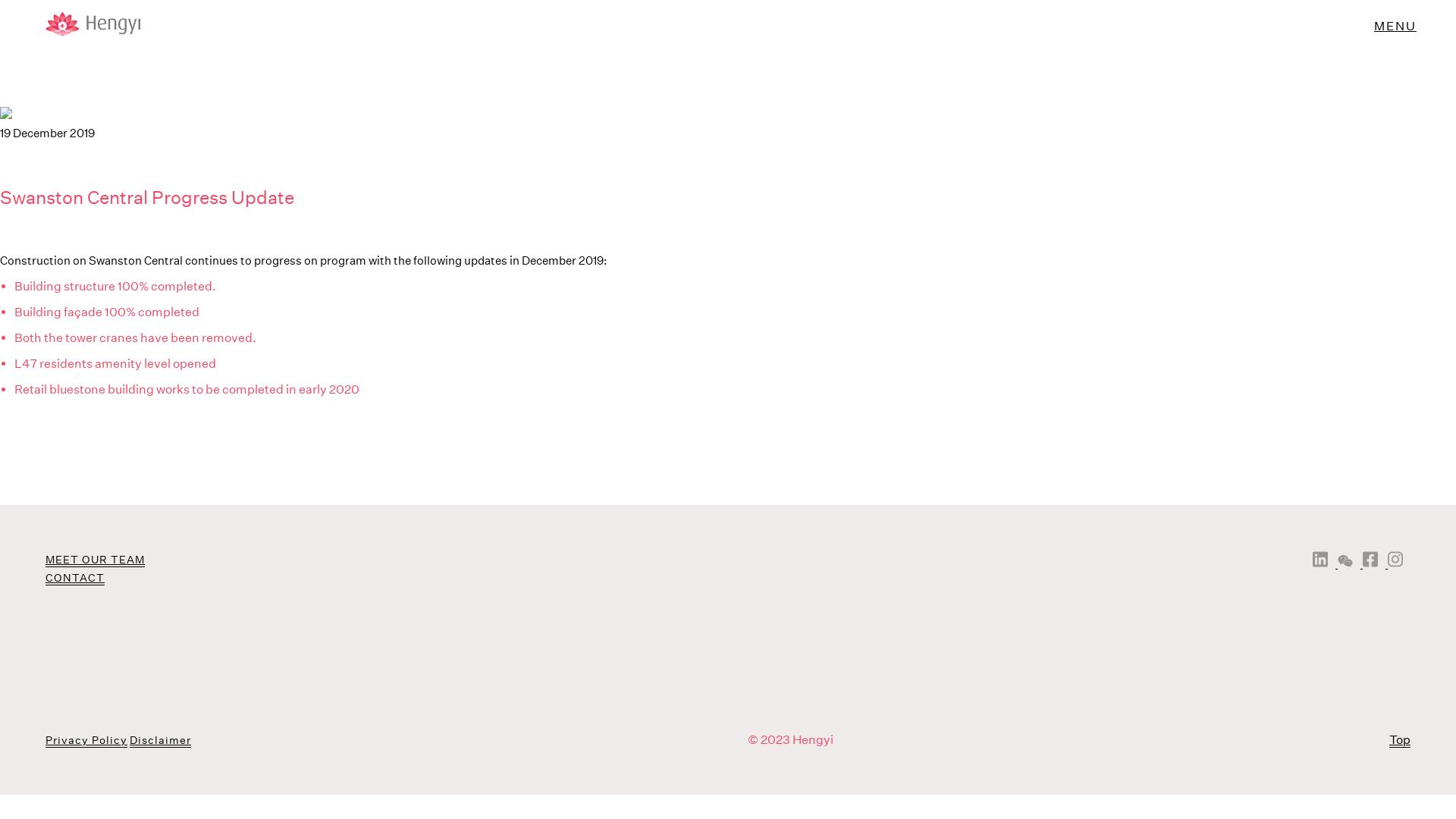 This screenshot has width=1456, height=819. Describe the element at coordinates (1399, 739) in the screenshot. I see `'Top'` at that location.